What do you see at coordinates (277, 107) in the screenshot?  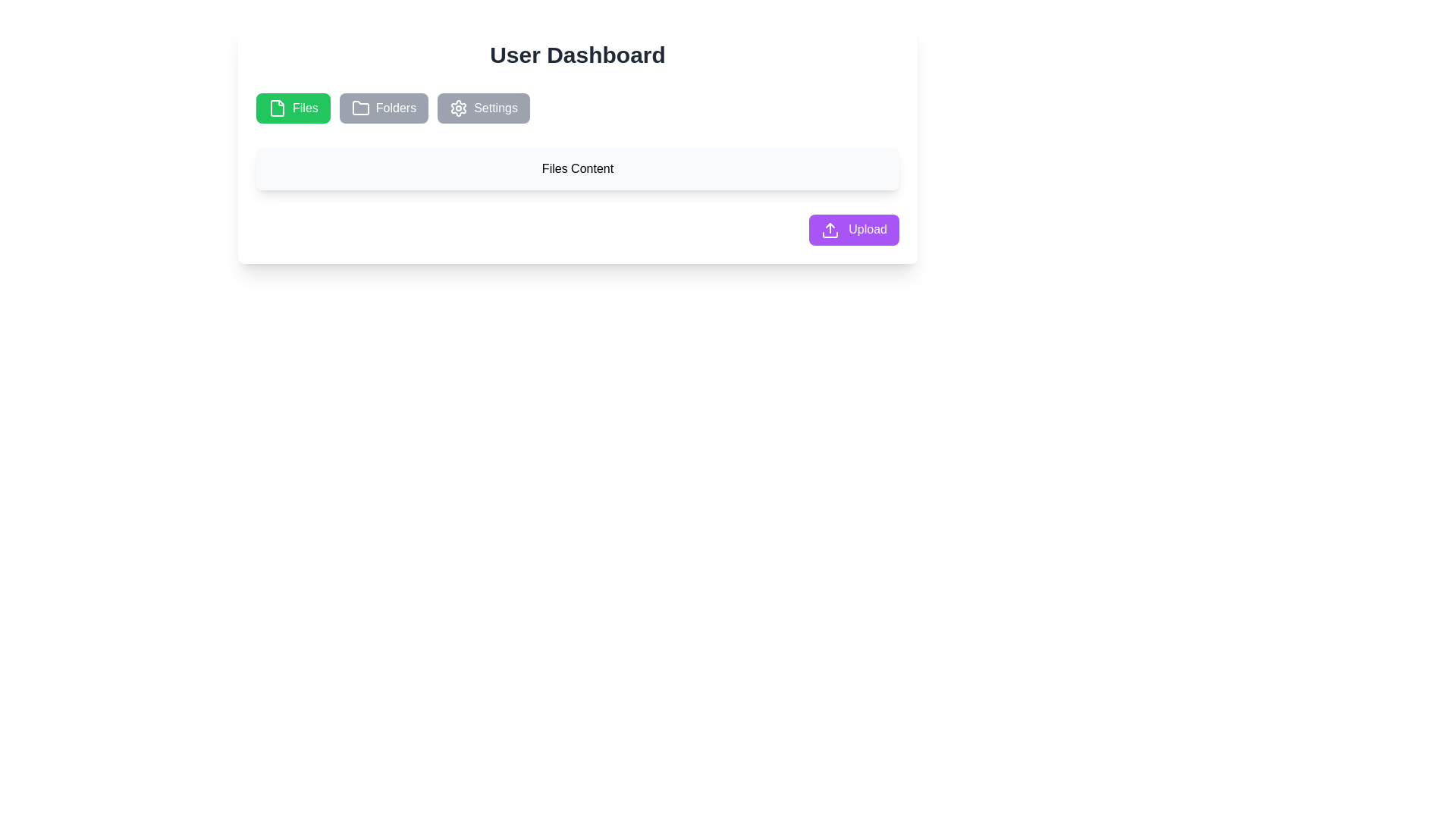 I see `the 'Files' button which contains a green document icon with a folded corner, located at the top-left area of the User Dashboard interface` at bounding box center [277, 107].